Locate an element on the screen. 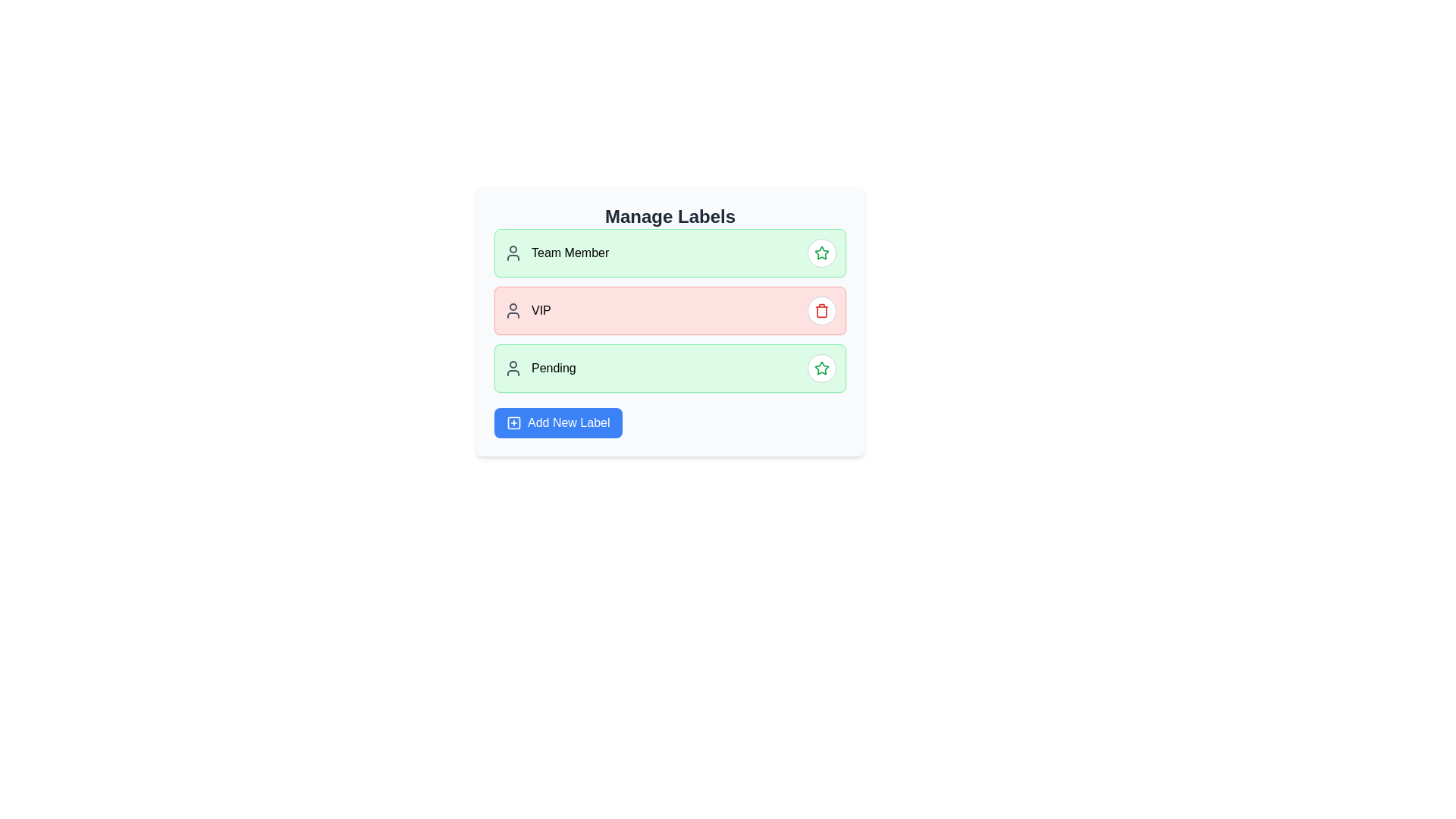 The height and width of the screenshot is (819, 1456). the 'Add New Label' text label within the blue button is located at coordinates (567, 423).